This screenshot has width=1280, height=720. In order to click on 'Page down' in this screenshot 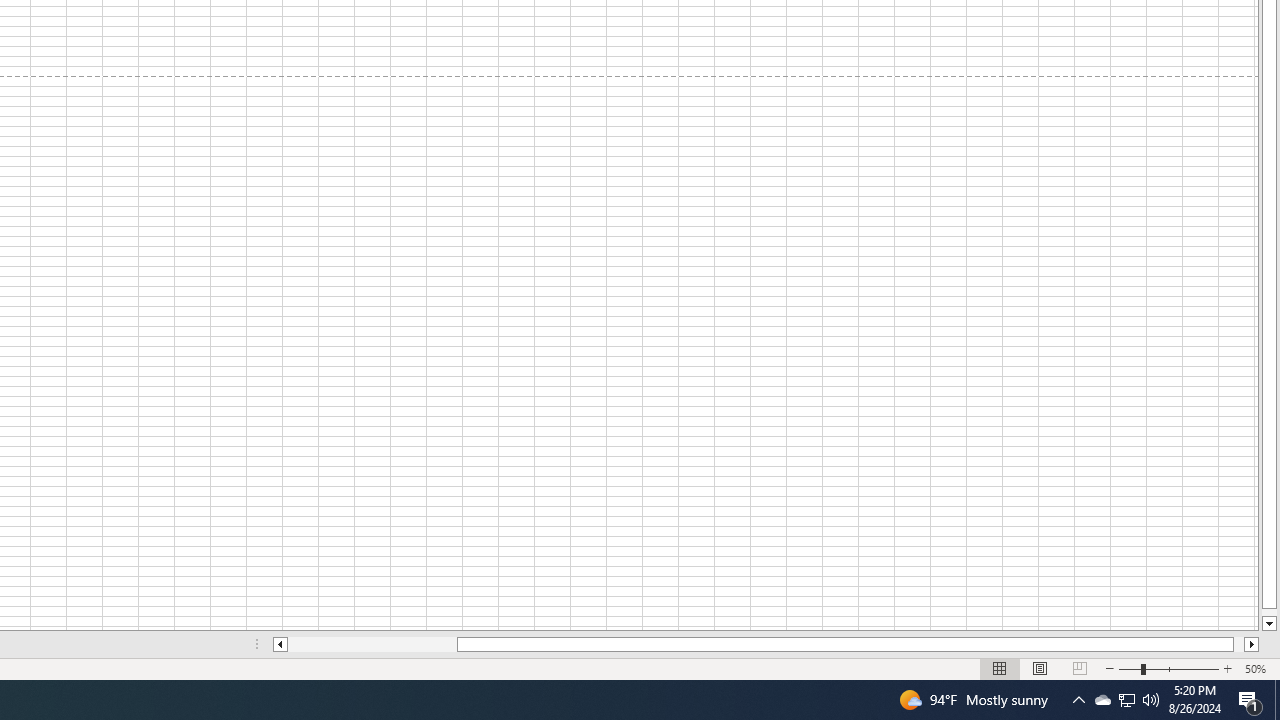, I will do `click(1268, 611)`.